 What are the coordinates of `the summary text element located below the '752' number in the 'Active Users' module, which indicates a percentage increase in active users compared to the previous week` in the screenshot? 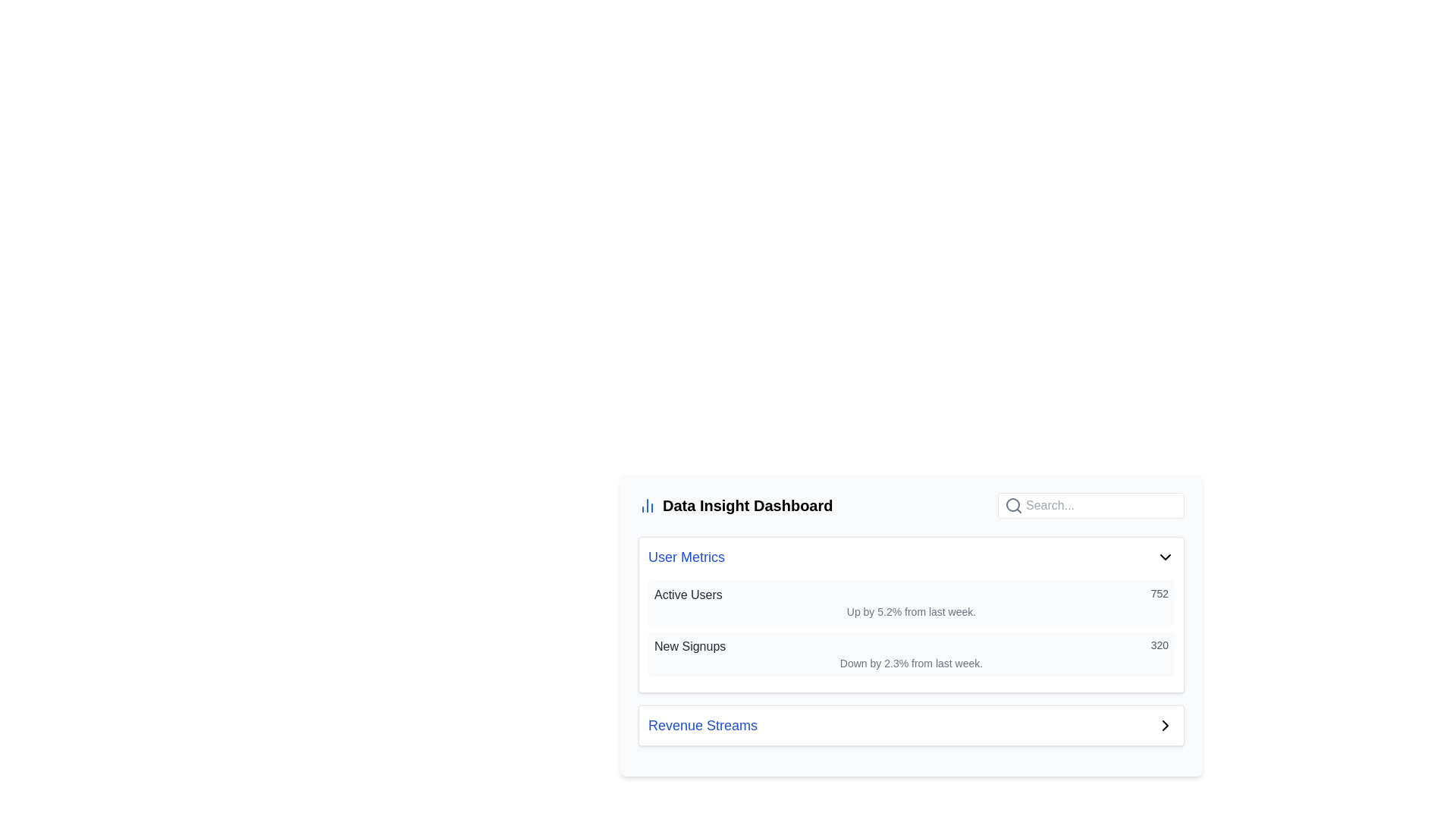 It's located at (910, 610).